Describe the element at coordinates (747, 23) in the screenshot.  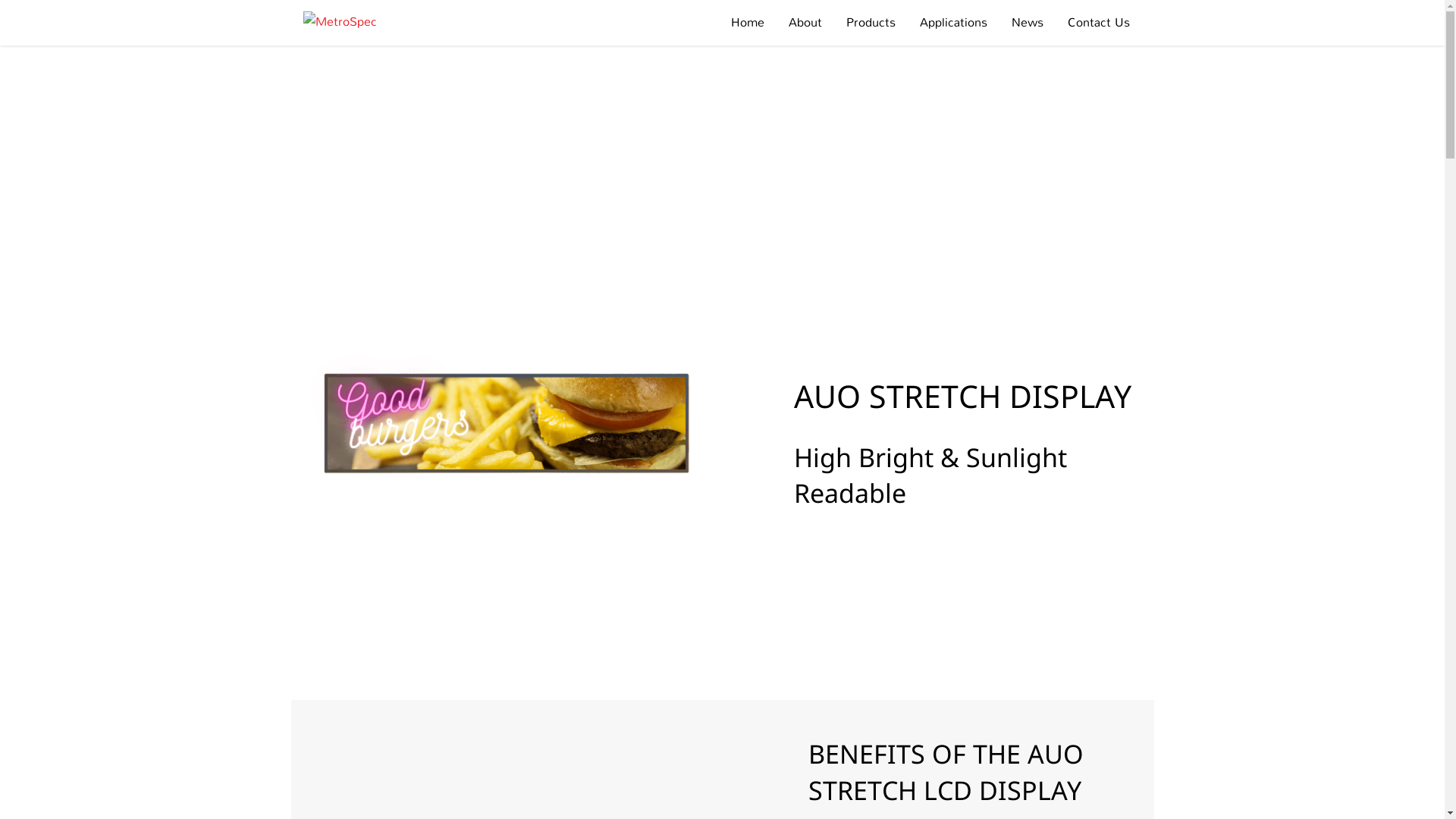
I see `'Home'` at that location.